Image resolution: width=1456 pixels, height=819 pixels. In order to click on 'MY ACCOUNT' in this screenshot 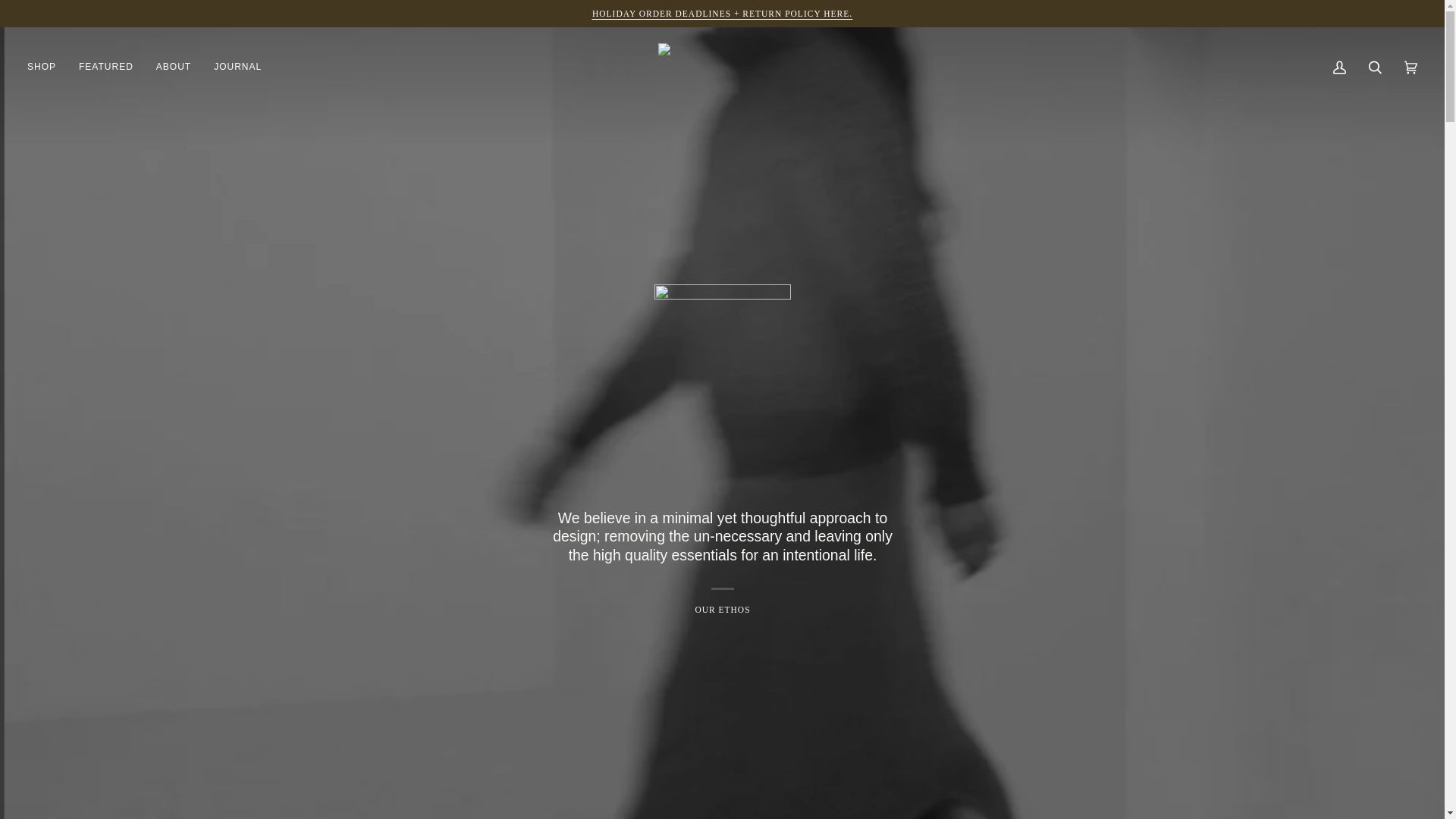, I will do `click(1339, 66)`.